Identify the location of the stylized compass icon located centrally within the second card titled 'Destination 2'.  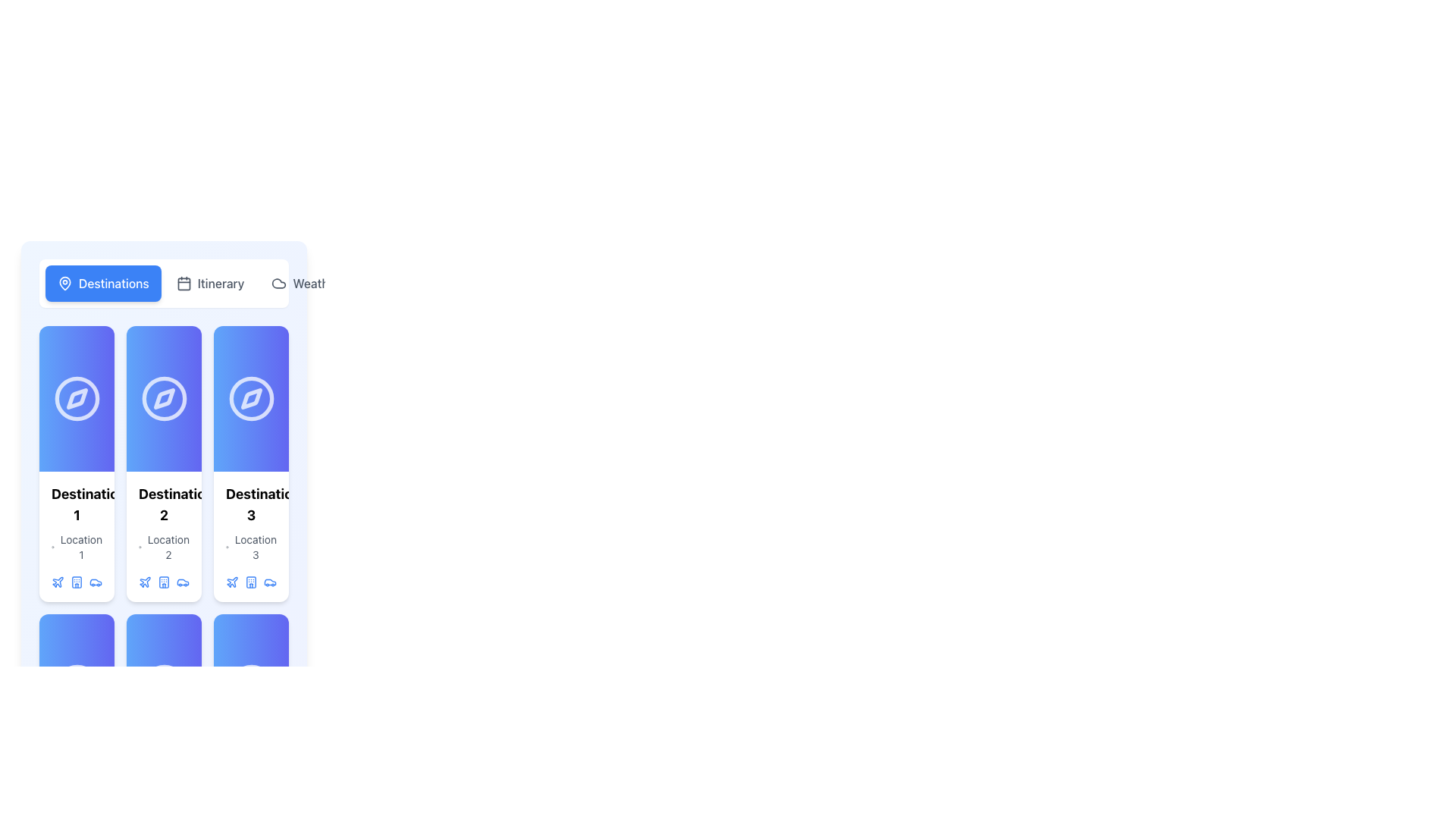
(164, 397).